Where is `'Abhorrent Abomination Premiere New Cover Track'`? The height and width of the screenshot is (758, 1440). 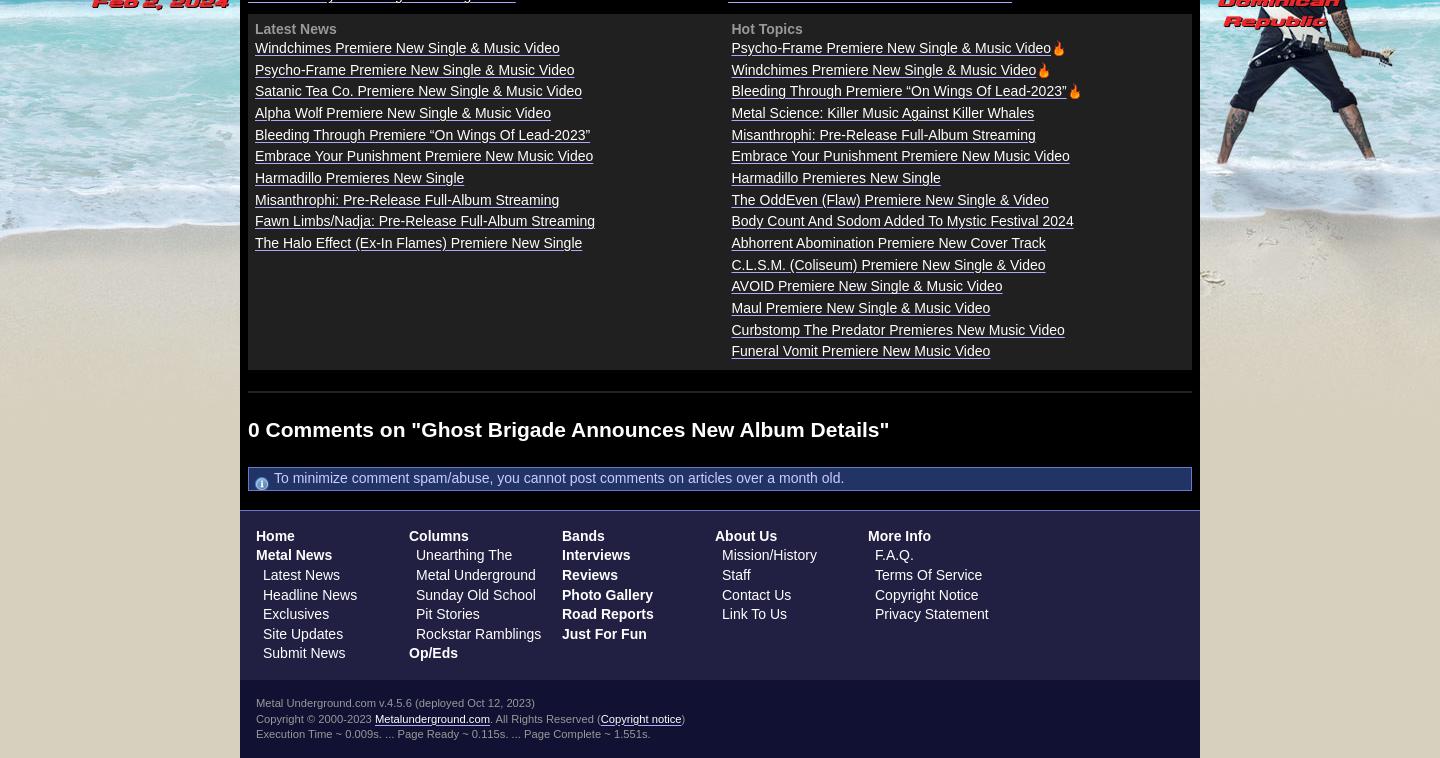 'Abhorrent Abomination Premiere New Cover Track' is located at coordinates (887, 243).